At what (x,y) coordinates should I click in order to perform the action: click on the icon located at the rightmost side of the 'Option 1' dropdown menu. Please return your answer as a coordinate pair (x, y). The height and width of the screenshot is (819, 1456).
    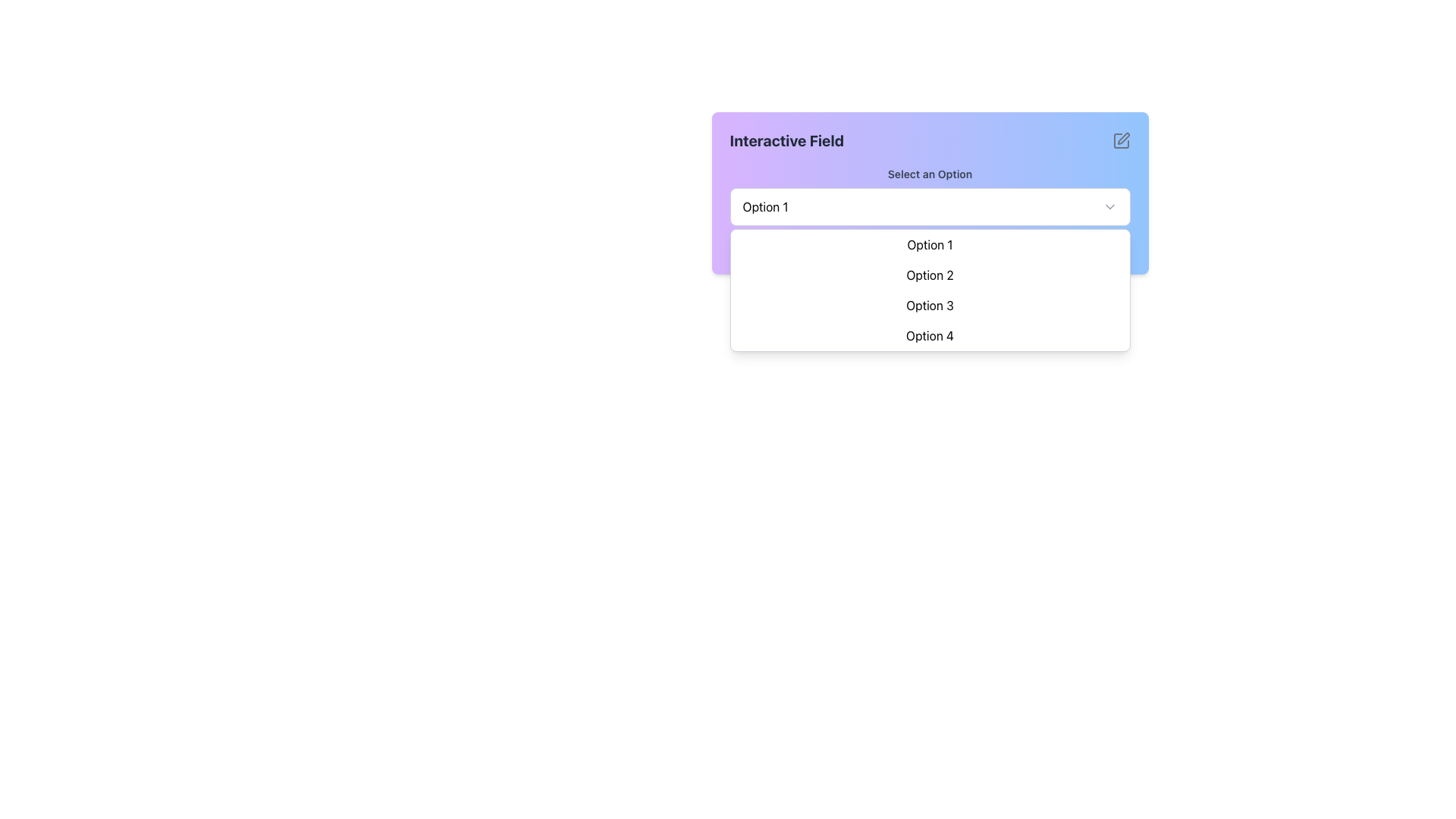
    Looking at the image, I should click on (1109, 207).